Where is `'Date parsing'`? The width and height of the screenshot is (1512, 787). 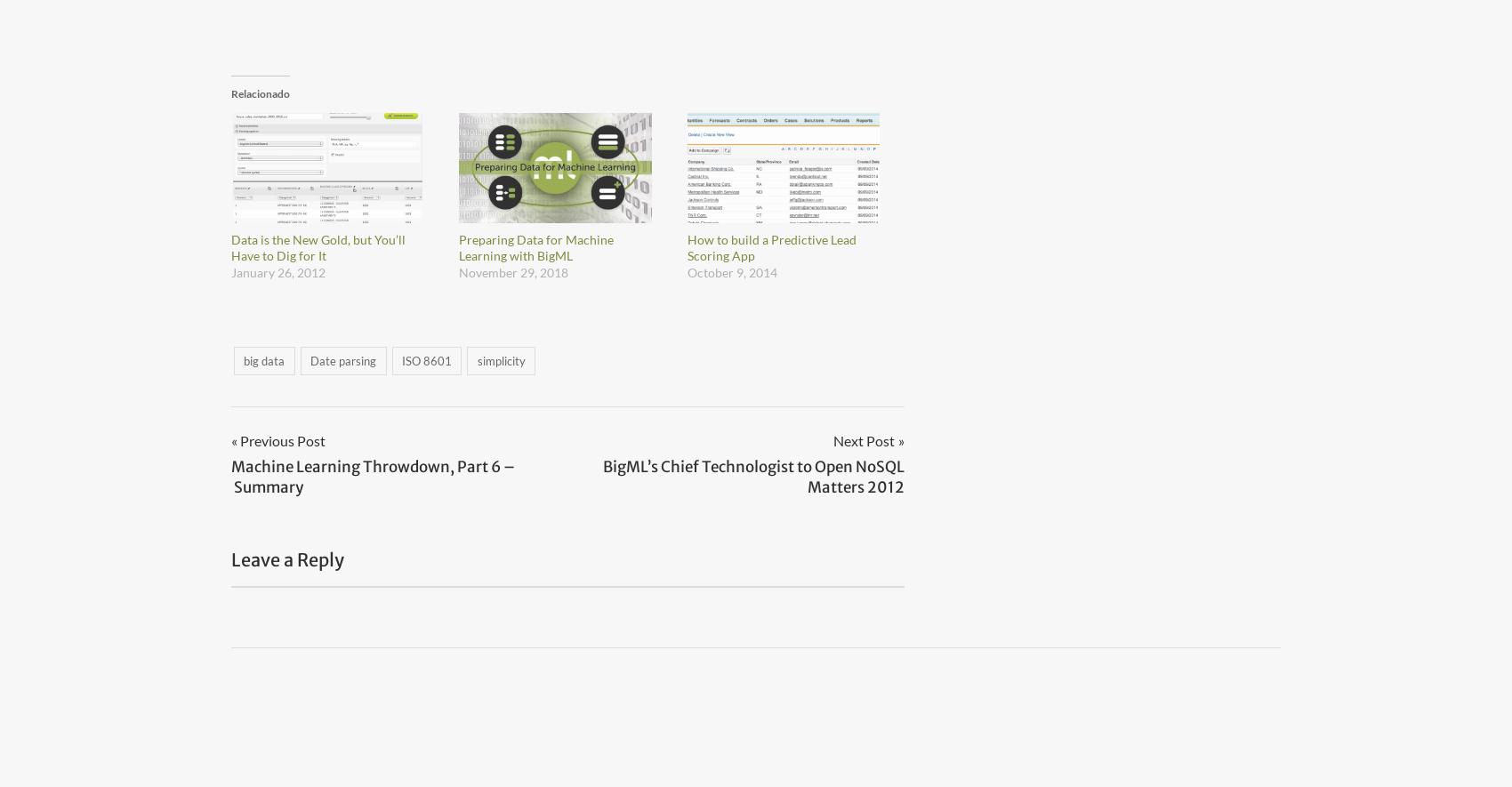 'Date parsing' is located at coordinates (342, 359).